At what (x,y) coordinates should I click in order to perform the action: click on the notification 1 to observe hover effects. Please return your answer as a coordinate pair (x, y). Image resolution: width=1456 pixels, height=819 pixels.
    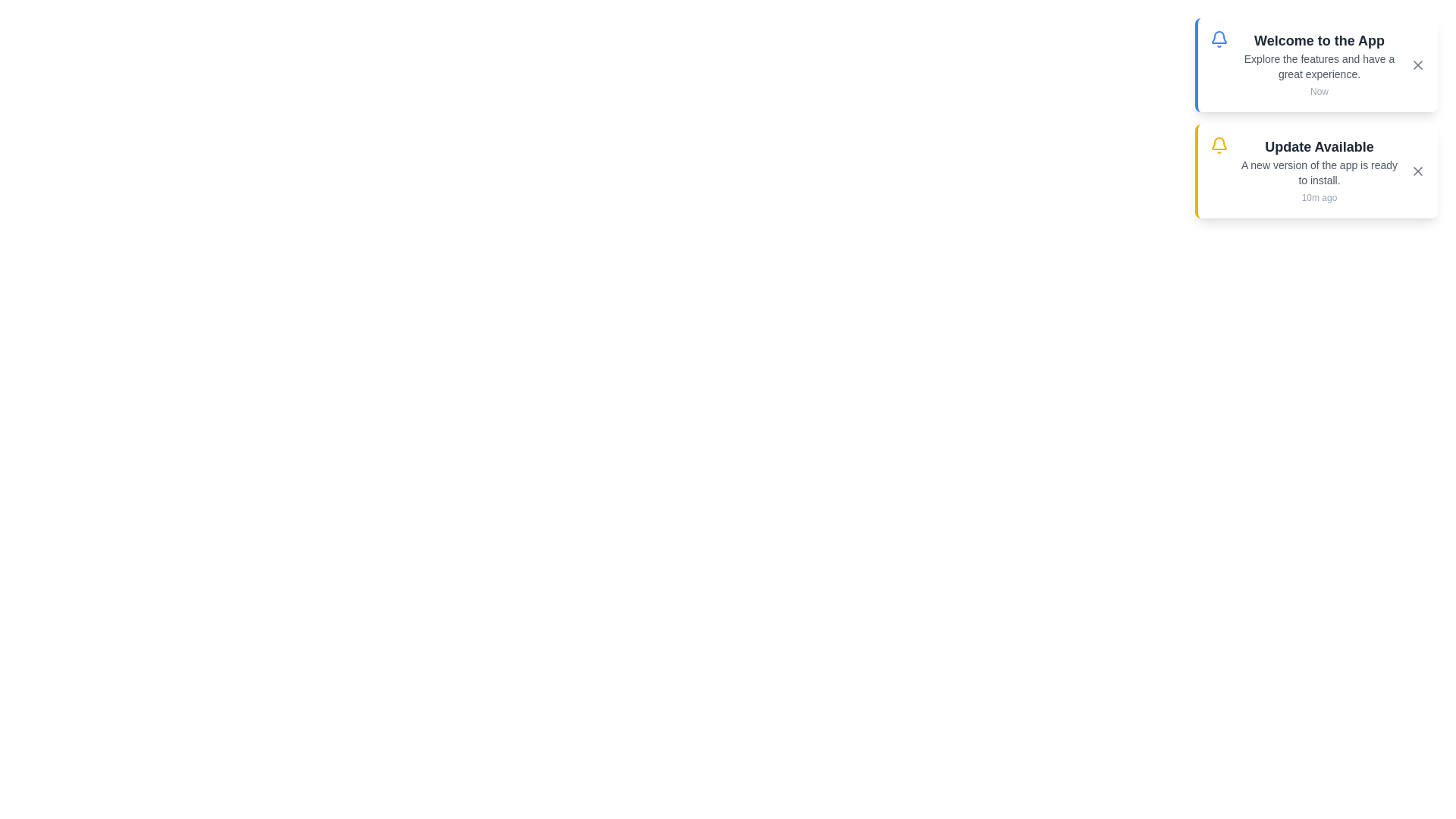
    Looking at the image, I should click on (1316, 64).